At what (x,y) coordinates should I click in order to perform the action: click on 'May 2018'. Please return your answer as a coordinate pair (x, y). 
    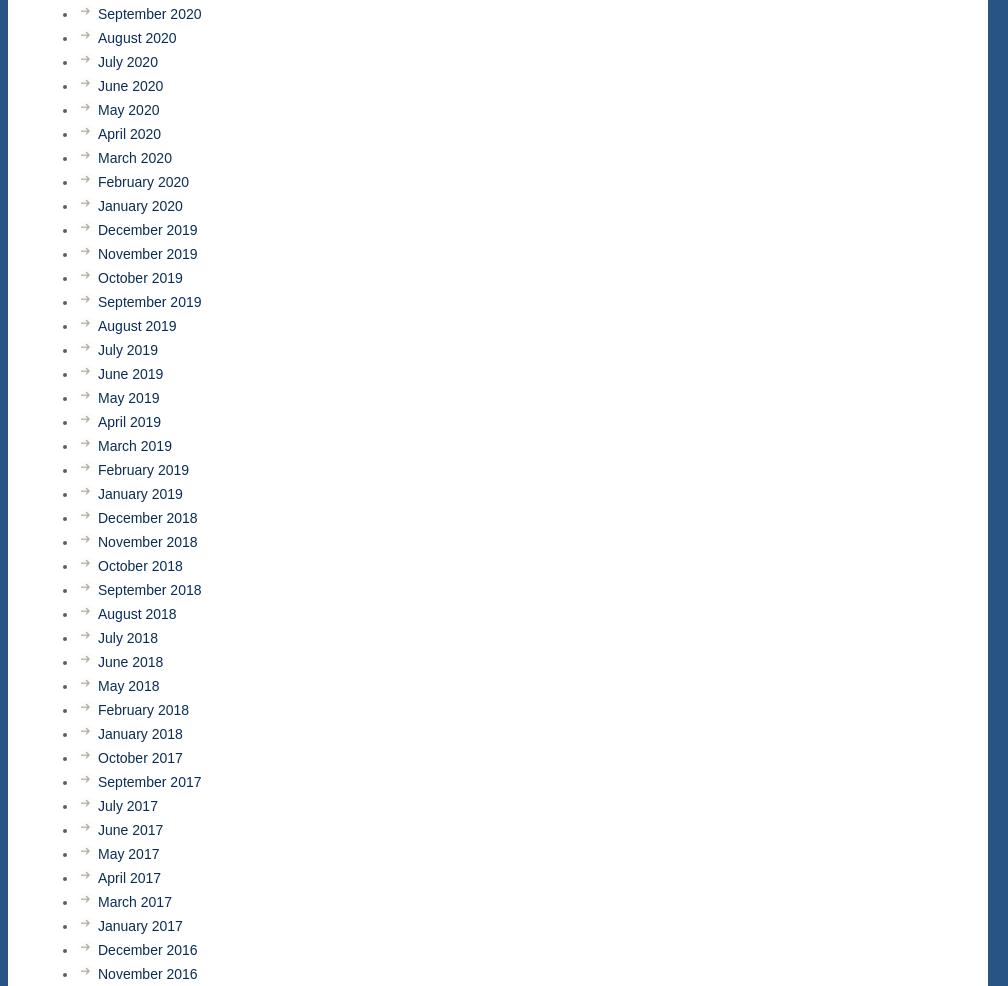
    Looking at the image, I should click on (128, 684).